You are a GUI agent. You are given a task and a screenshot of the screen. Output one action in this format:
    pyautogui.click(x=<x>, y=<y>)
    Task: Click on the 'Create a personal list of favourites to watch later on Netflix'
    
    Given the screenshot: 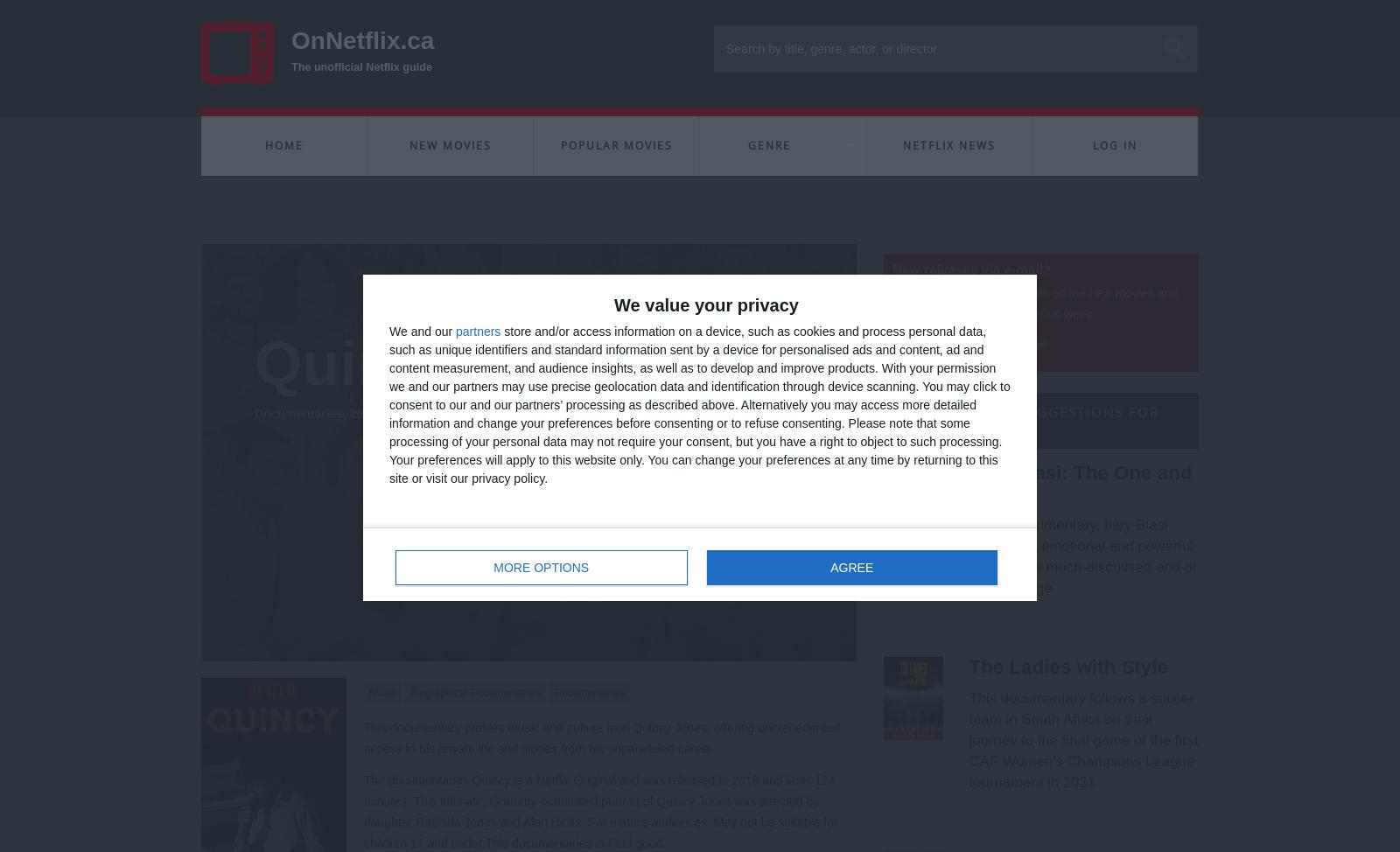 What is the action you would take?
    pyautogui.click(x=657, y=449)
    